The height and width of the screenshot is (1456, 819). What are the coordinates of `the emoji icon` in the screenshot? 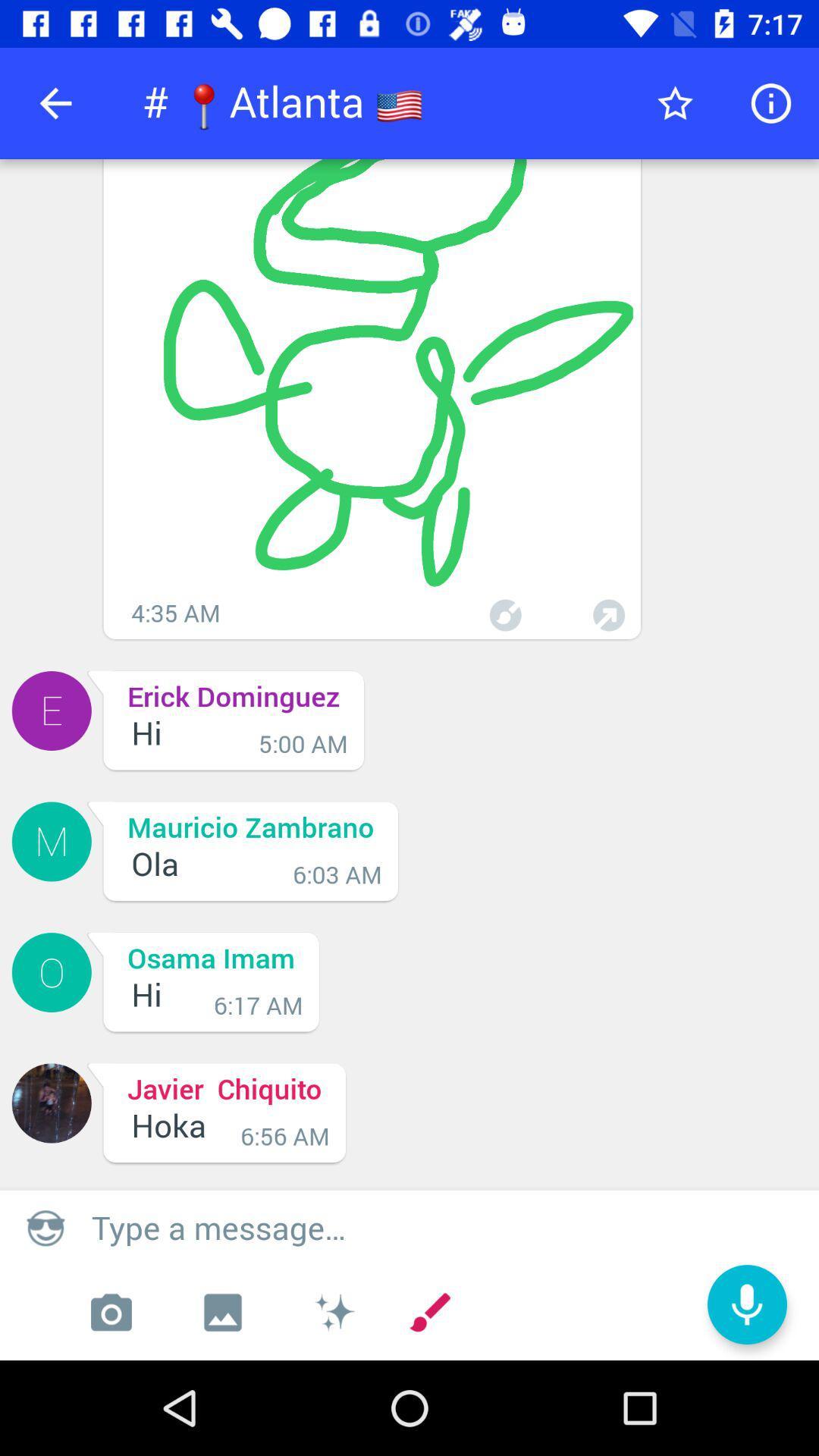 It's located at (45, 1227).